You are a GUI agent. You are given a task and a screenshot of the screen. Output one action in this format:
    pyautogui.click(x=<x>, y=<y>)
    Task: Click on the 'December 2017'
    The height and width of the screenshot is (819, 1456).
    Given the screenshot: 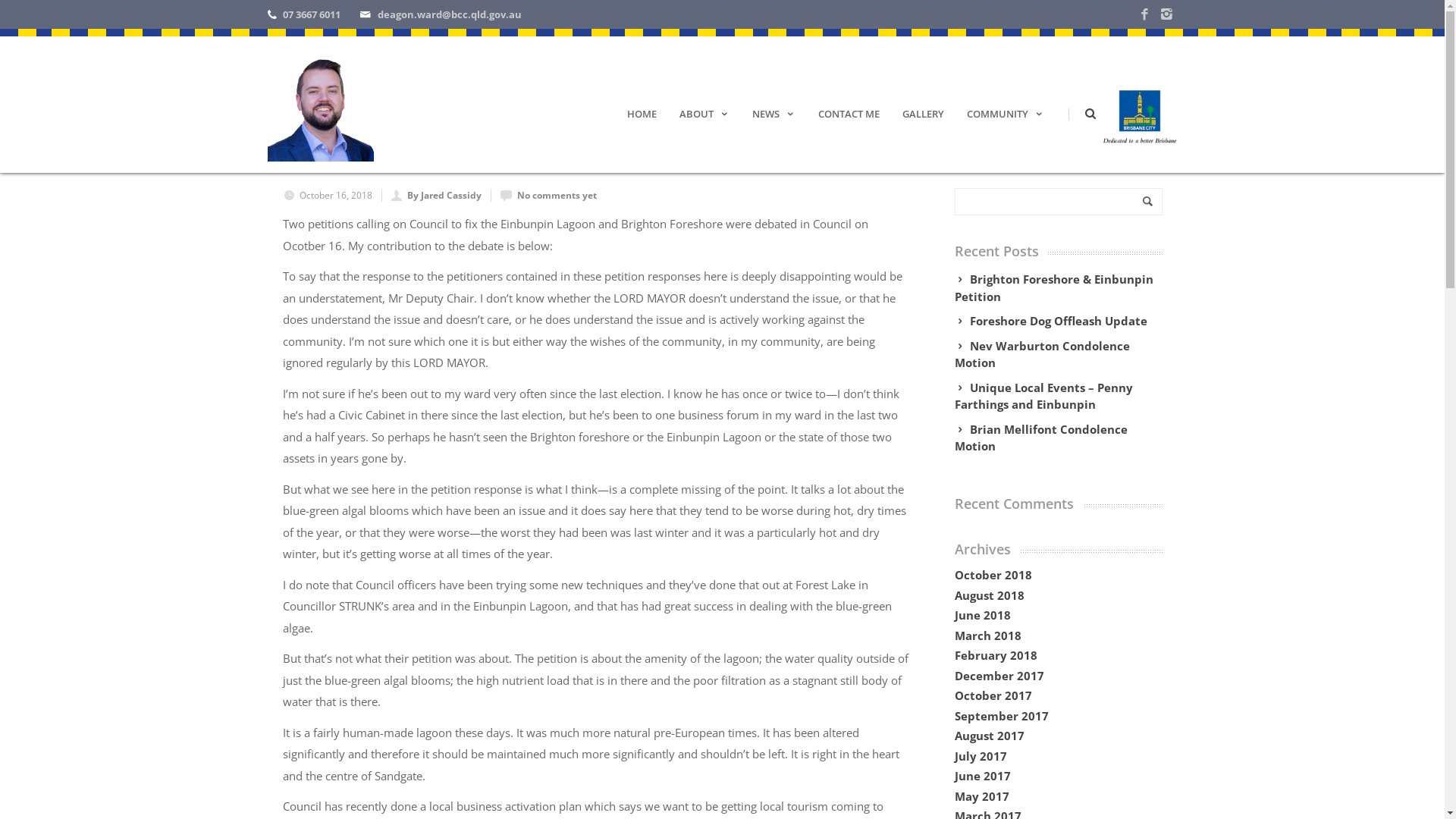 What is the action you would take?
    pyautogui.click(x=998, y=675)
    